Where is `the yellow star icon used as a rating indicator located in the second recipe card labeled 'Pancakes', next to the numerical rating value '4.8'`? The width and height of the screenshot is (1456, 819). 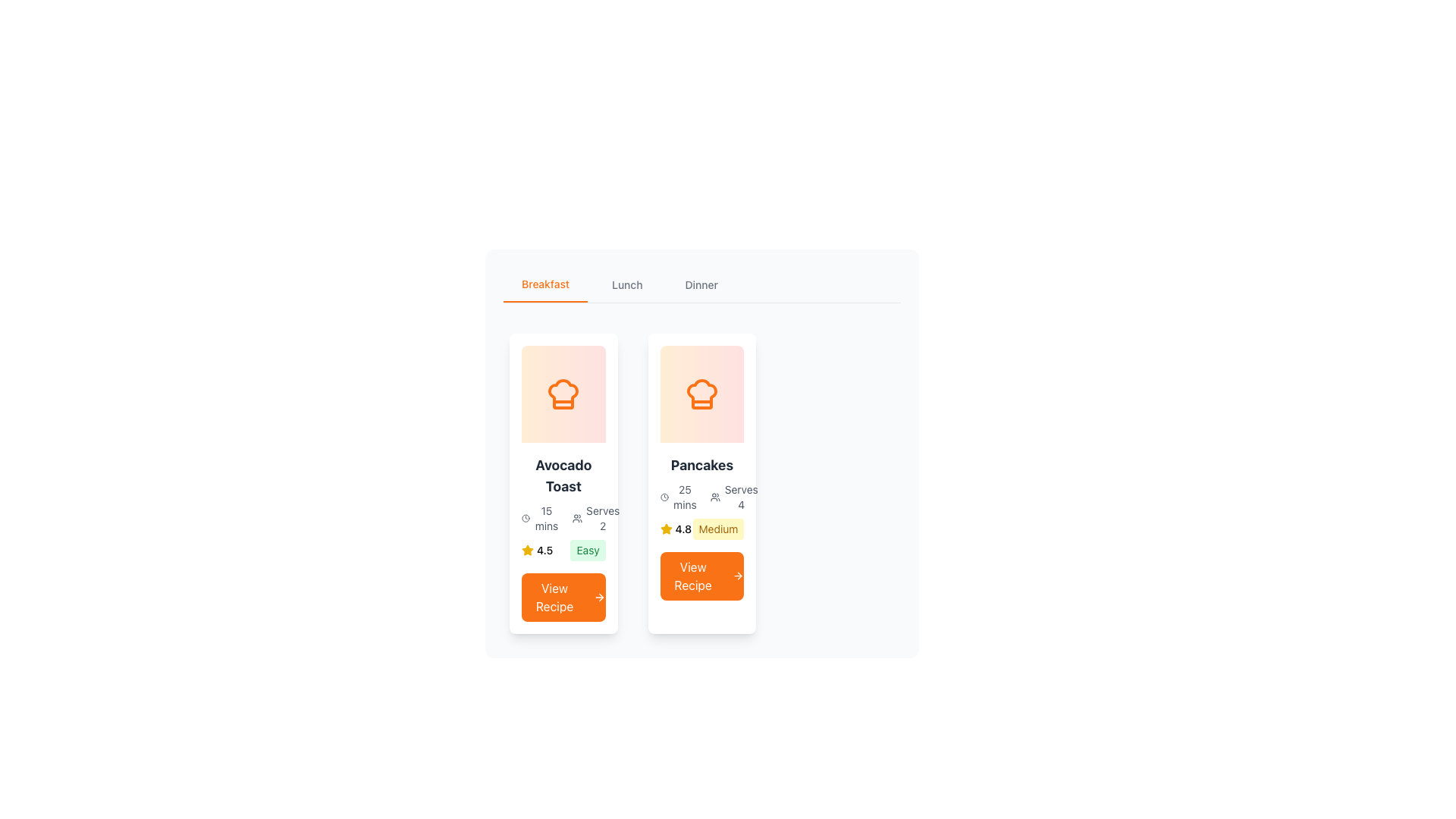
the yellow star icon used as a rating indicator located in the second recipe card labeled 'Pancakes', next to the numerical rating value '4.8' is located at coordinates (666, 529).